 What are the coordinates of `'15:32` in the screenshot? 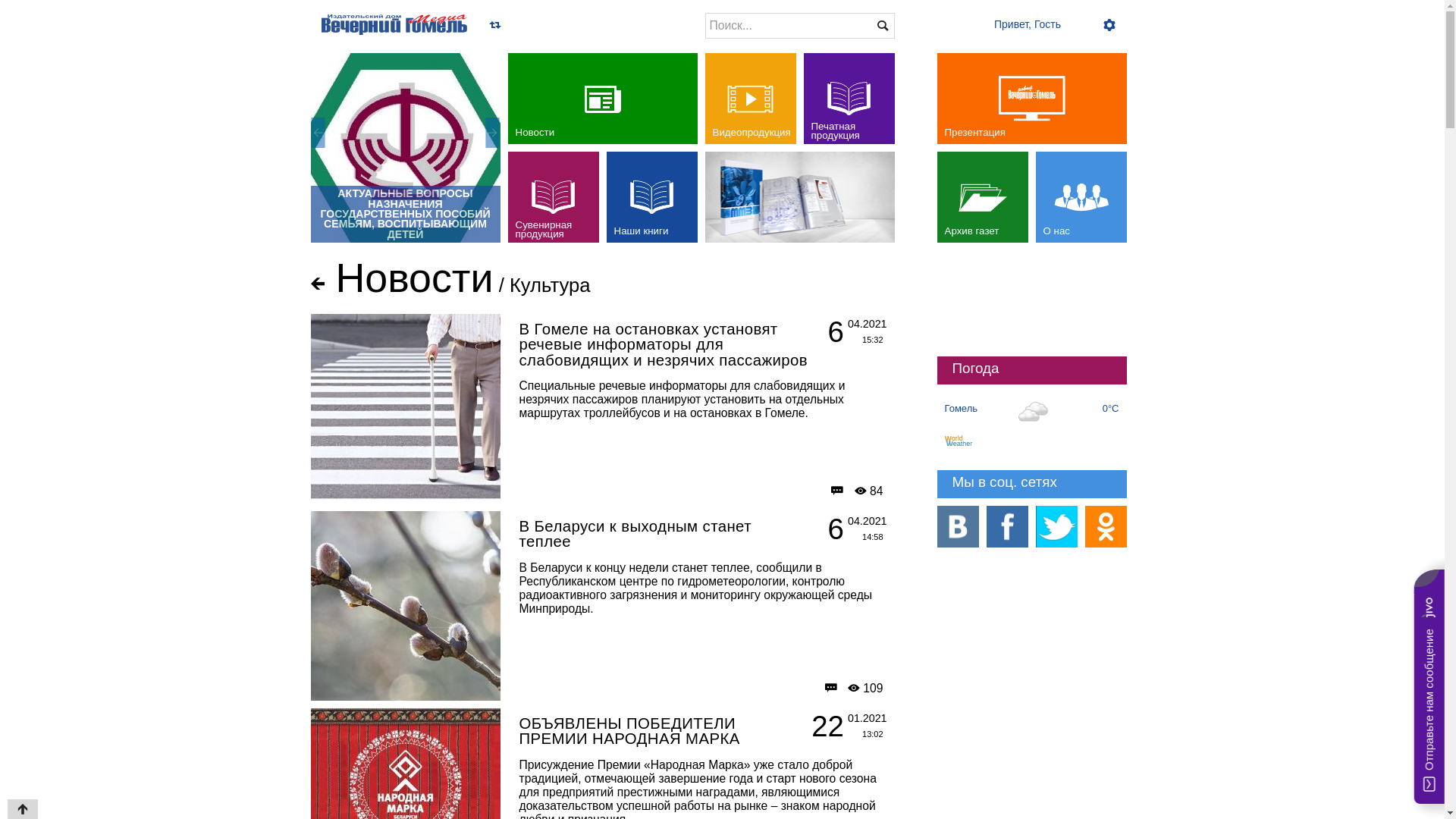 It's located at (840, 332).